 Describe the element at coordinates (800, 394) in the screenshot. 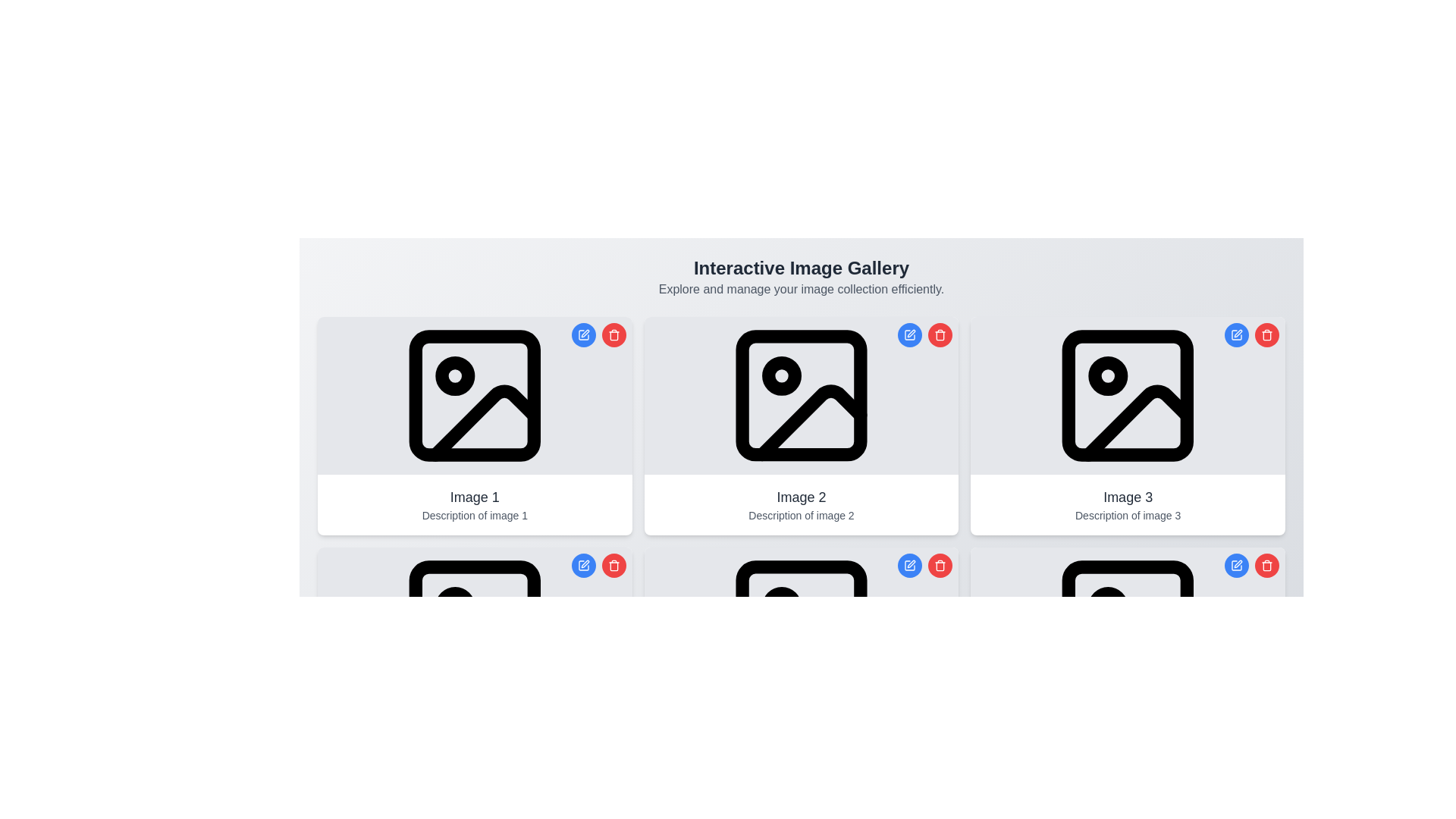

I see `the small rectangle with rounded corners located near the top-left corner of the graphical image placeholder for the second image in the gallery` at that location.